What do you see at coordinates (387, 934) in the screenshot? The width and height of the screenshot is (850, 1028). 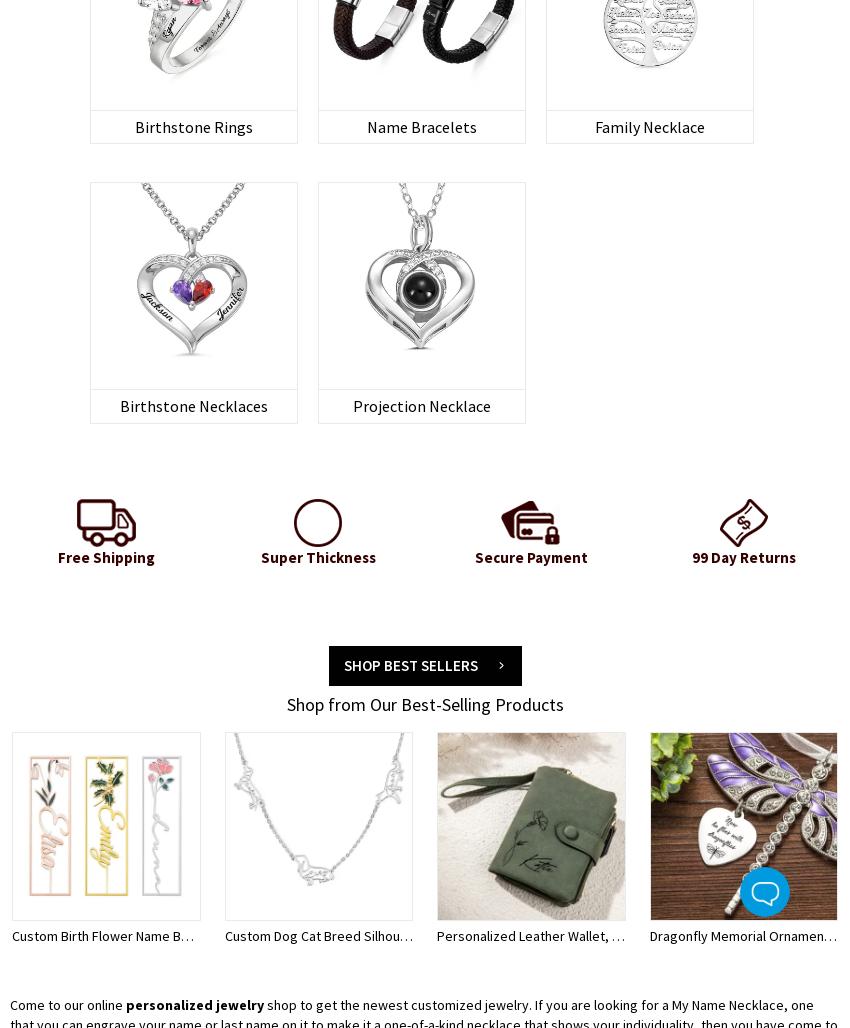 I see `'Custom Birth Flower Name Bookmark, Colorful Birthday Flower Stainless Steel Bookmarks, Gifts for Kids/Book Lovers/Reader'` at bounding box center [387, 934].